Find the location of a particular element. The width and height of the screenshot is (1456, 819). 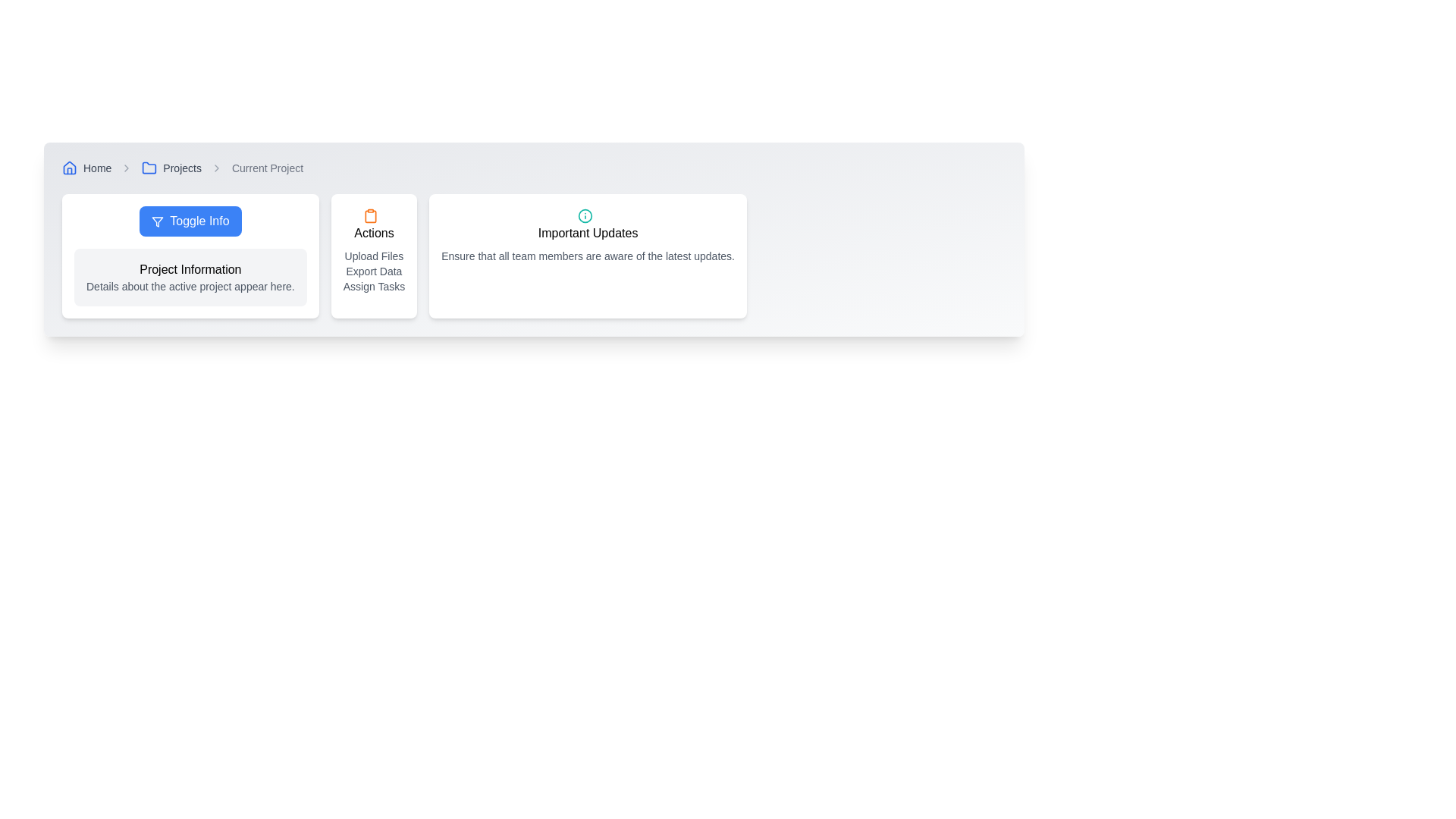

the 'Important Updates' text label is located at coordinates (587, 234).